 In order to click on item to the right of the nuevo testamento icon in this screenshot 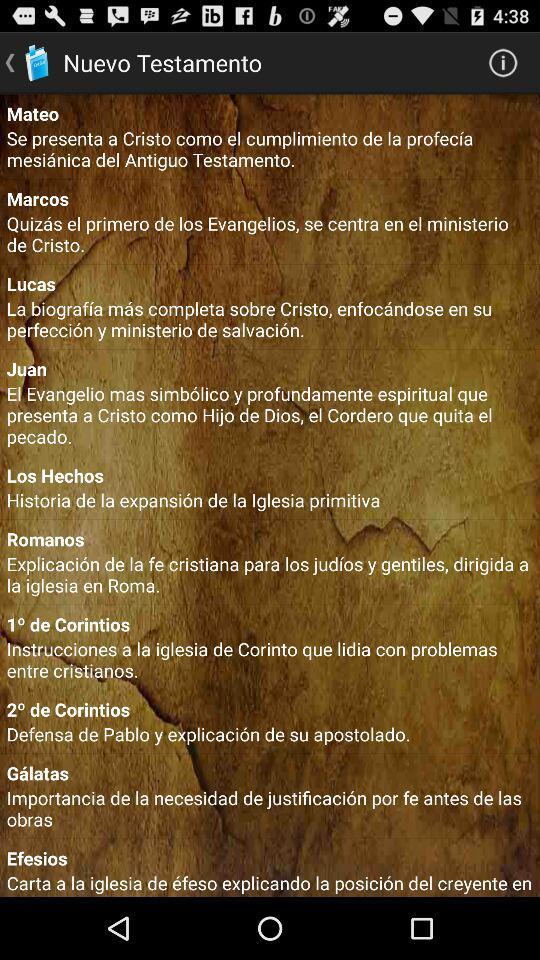, I will do `click(502, 62)`.